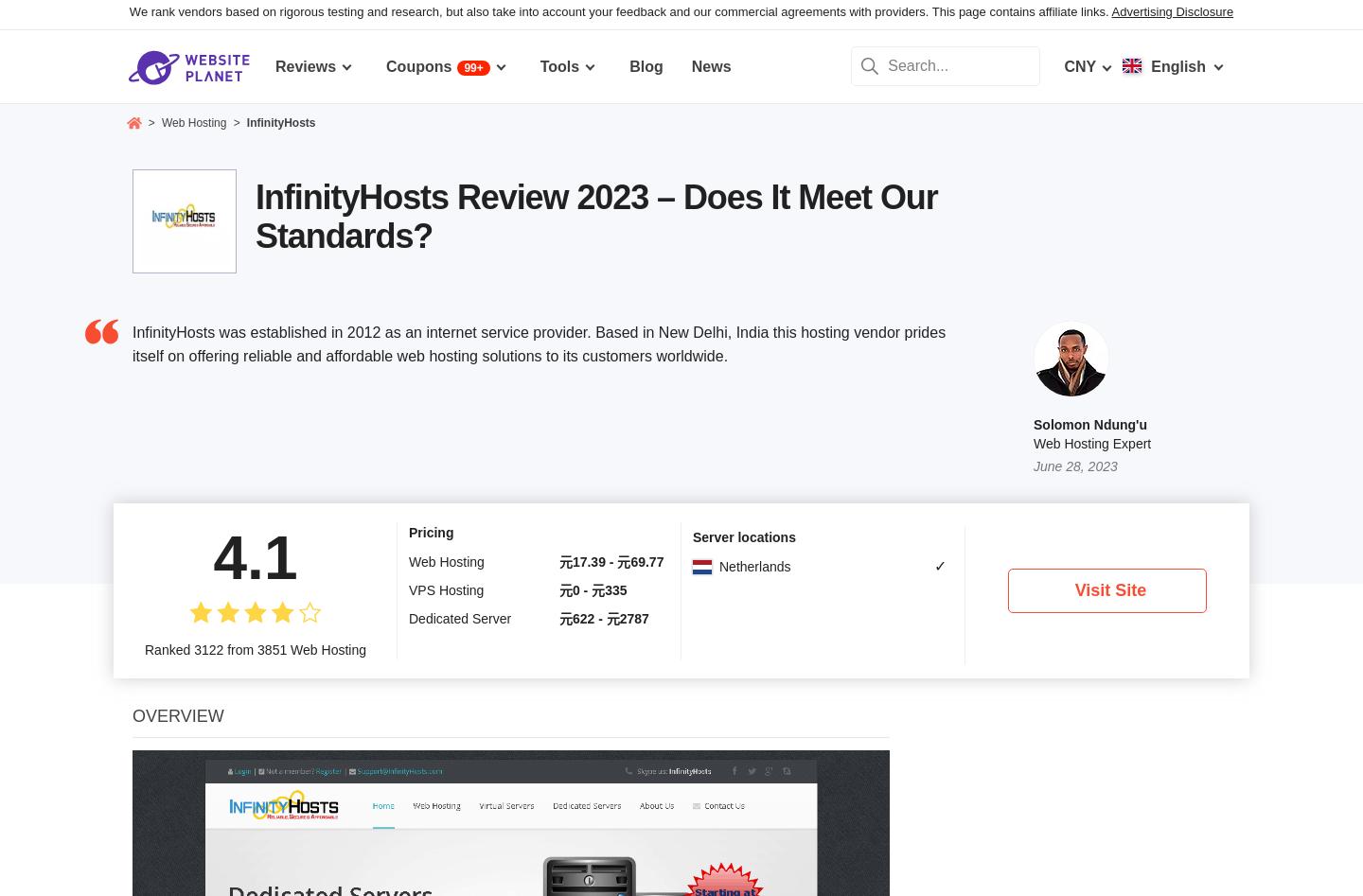 Image resolution: width=1363 pixels, height=896 pixels. What do you see at coordinates (221, 518) in the screenshot?
I see `'Free instant setup'` at bounding box center [221, 518].